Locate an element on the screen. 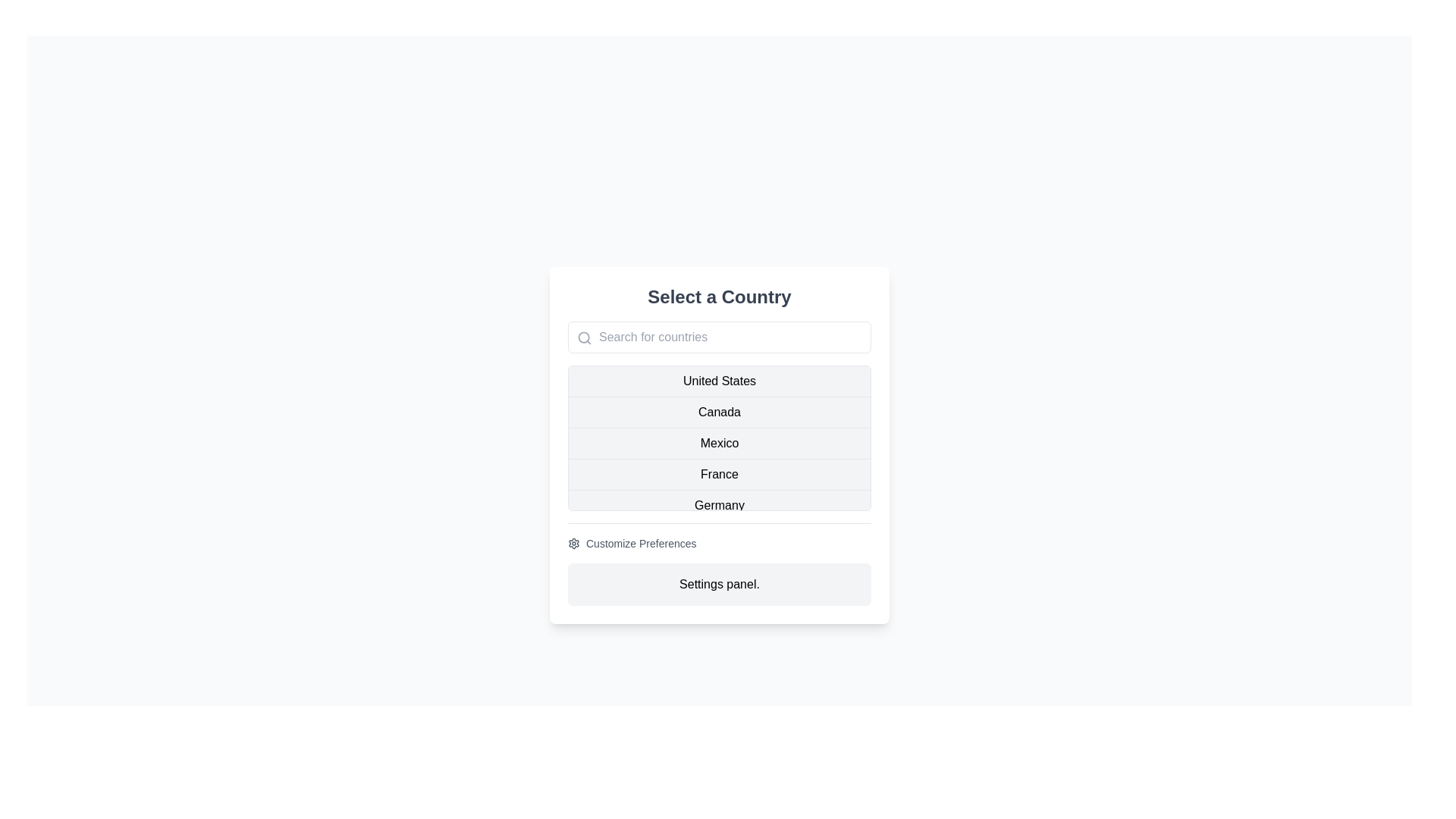 The width and height of the screenshot is (1456, 819). to select the 'Germany' option in the dropdown menu, which is the fifth item in the list of countries is located at coordinates (719, 505).